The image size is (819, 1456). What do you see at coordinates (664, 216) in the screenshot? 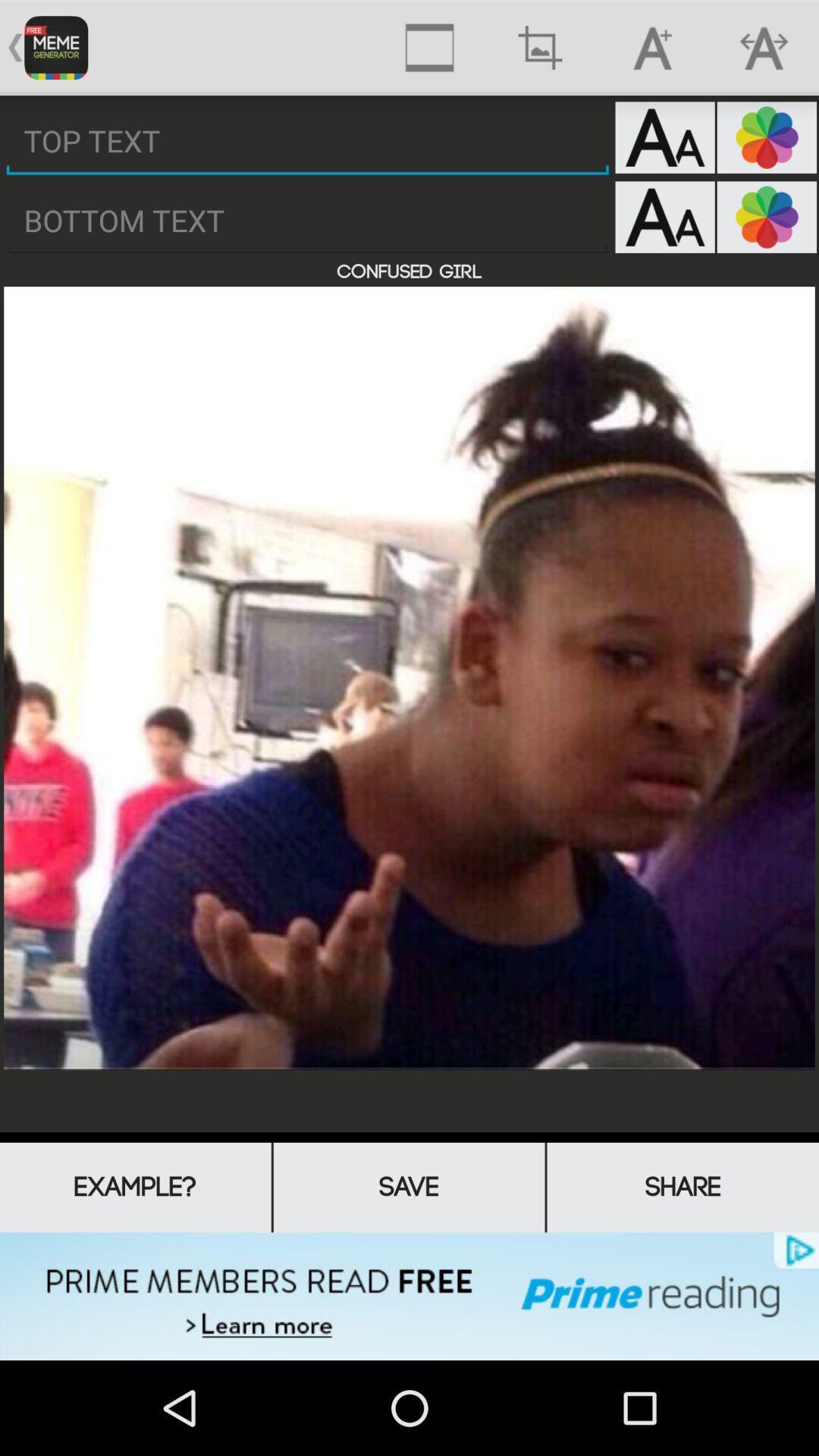
I see `font size` at bounding box center [664, 216].